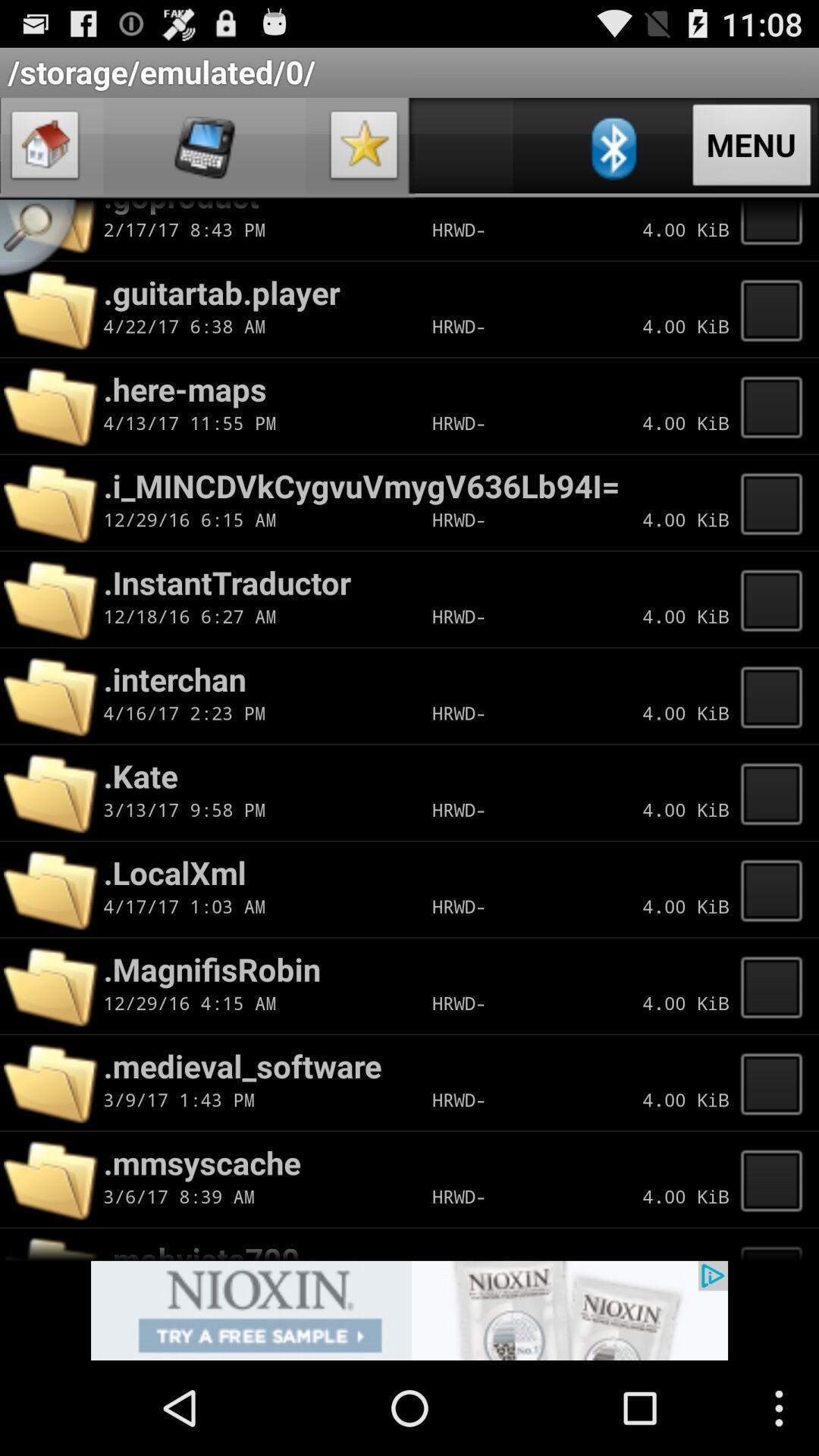 The height and width of the screenshot is (1456, 819). What do you see at coordinates (776, 1178) in the screenshot?
I see `folder` at bounding box center [776, 1178].